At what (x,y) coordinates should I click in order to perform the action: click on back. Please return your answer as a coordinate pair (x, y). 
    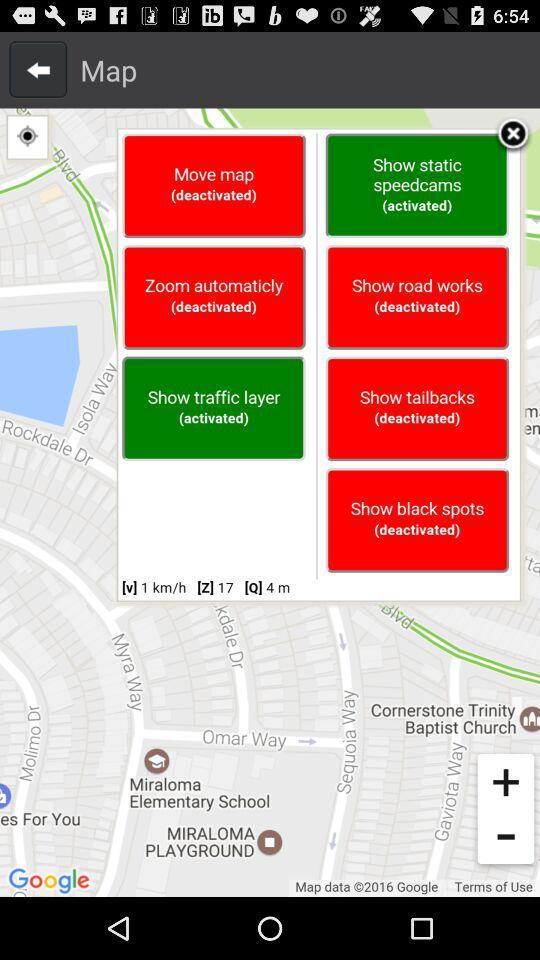
    Looking at the image, I should click on (38, 69).